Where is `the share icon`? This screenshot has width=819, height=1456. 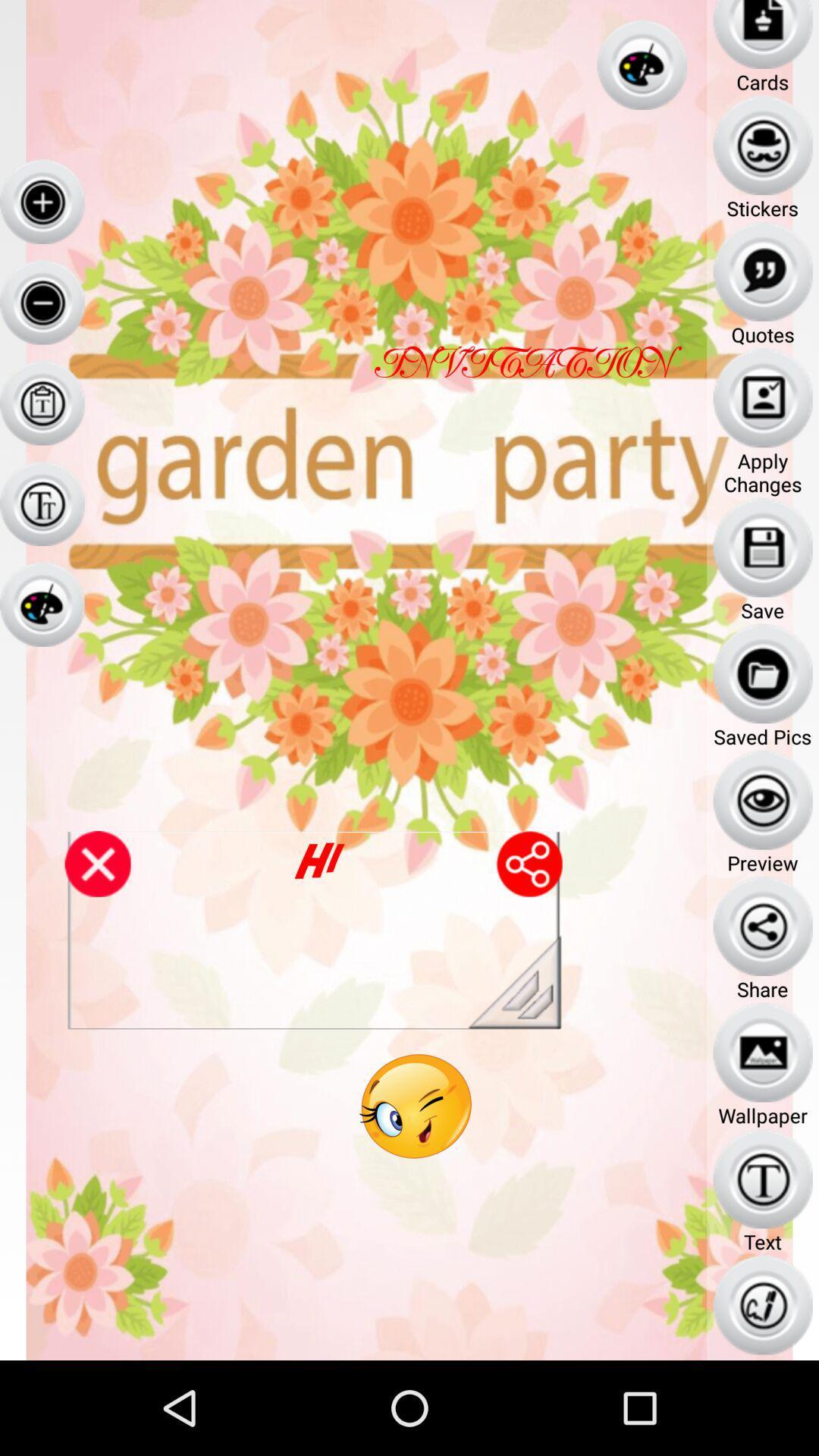
the share icon is located at coordinates (529, 924).